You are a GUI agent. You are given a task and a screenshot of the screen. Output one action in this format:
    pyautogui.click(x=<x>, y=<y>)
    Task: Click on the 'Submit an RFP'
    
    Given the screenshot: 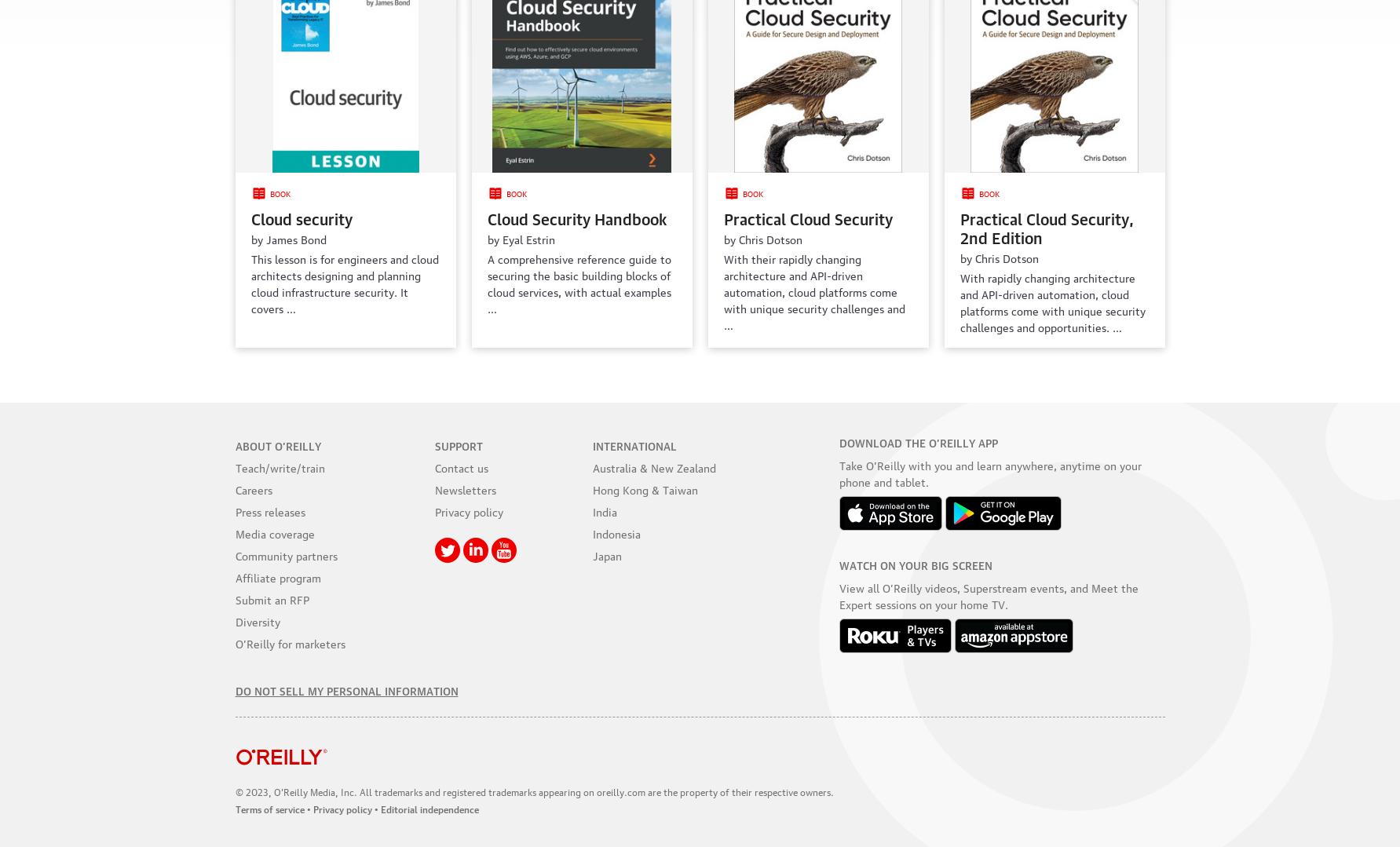 What is the action you would take?
    pyautogui.click(x=271, y=598)
    